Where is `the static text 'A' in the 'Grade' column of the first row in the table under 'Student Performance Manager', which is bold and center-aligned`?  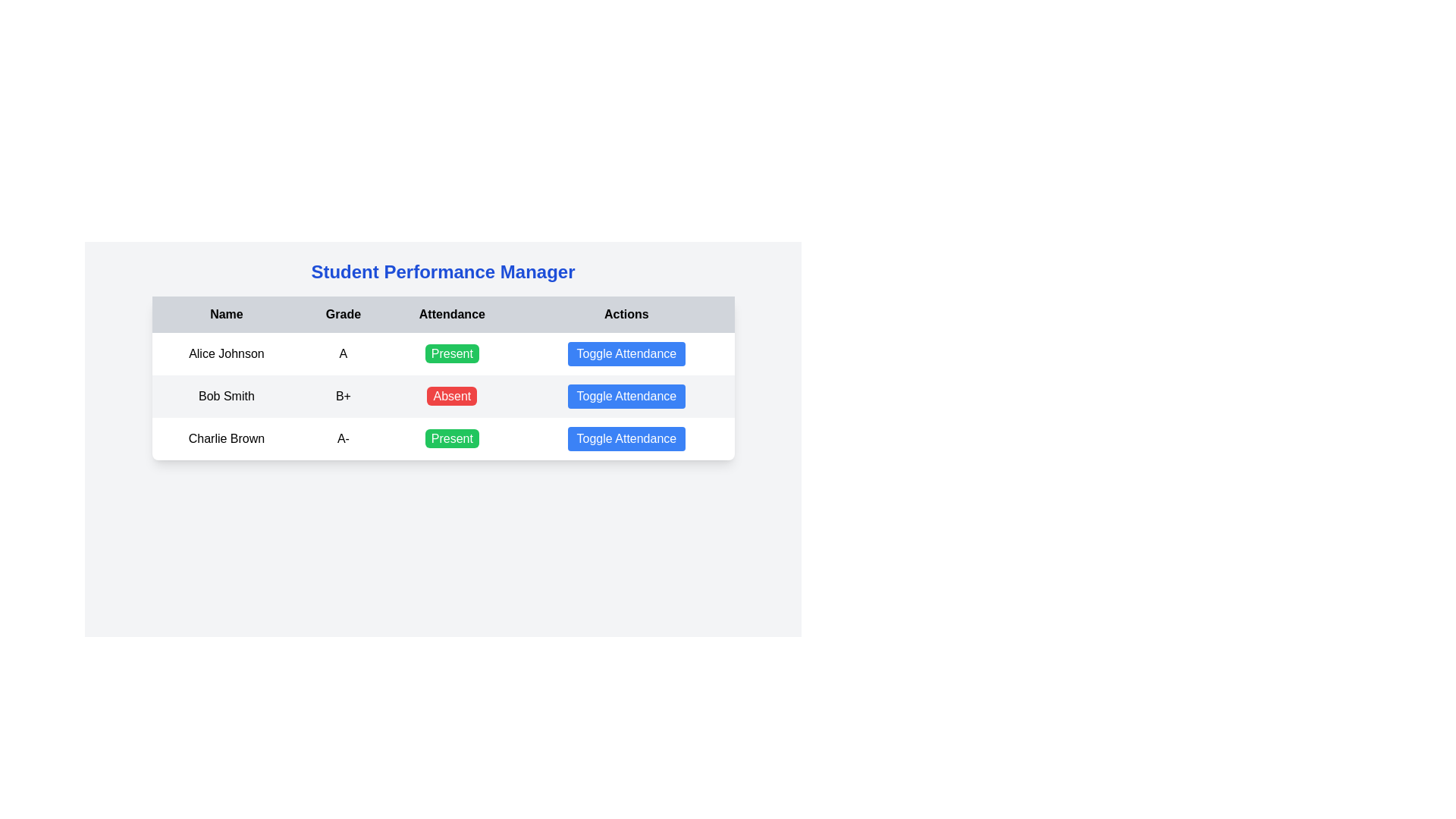
the static text 'A' in the 'Grade' column of the first row in the table under 'Student Performance Manager', which is bold and center-aligned is located at coordinates (342, 353).